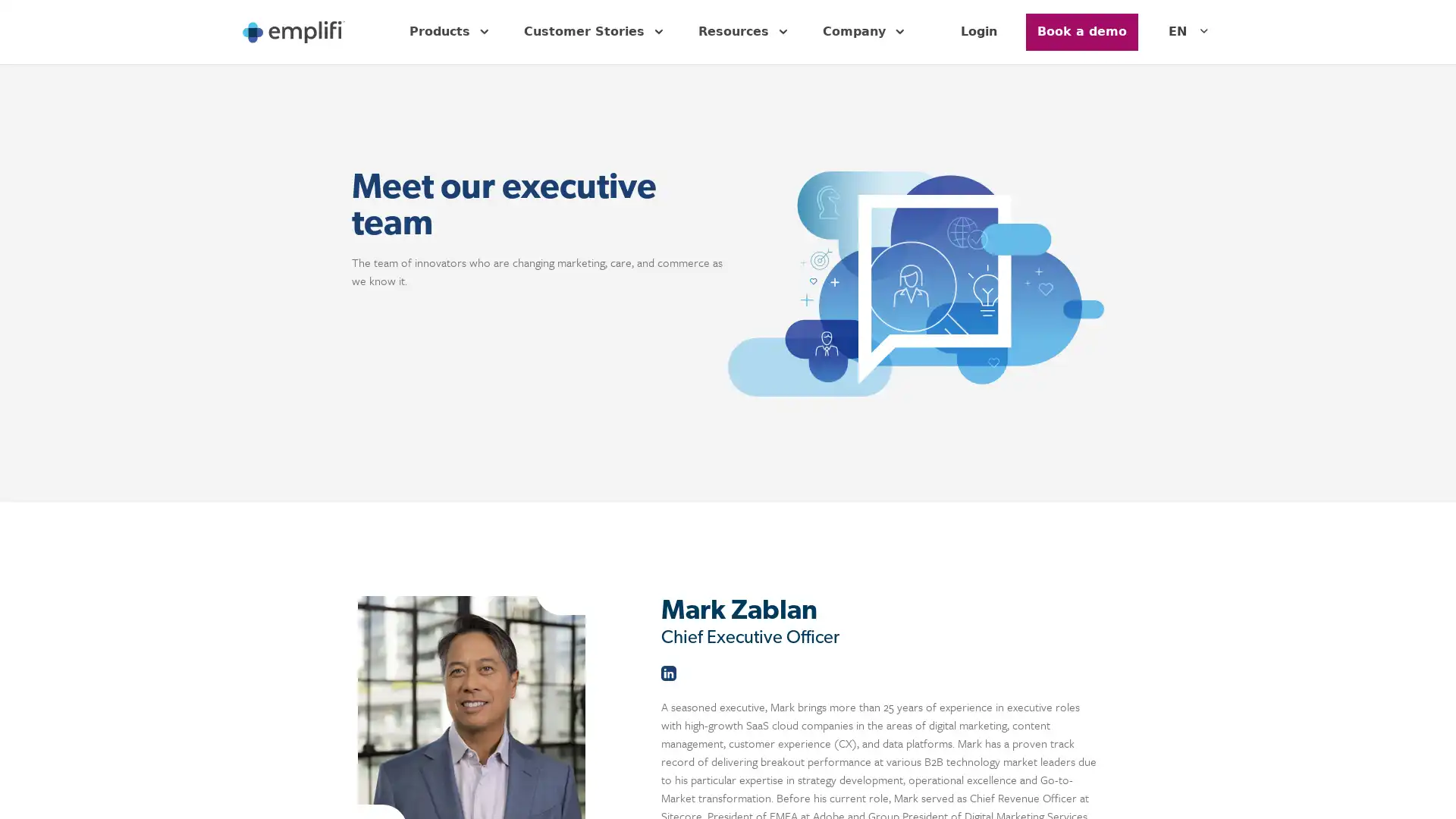  I want to click on Company, so click(866, 32).